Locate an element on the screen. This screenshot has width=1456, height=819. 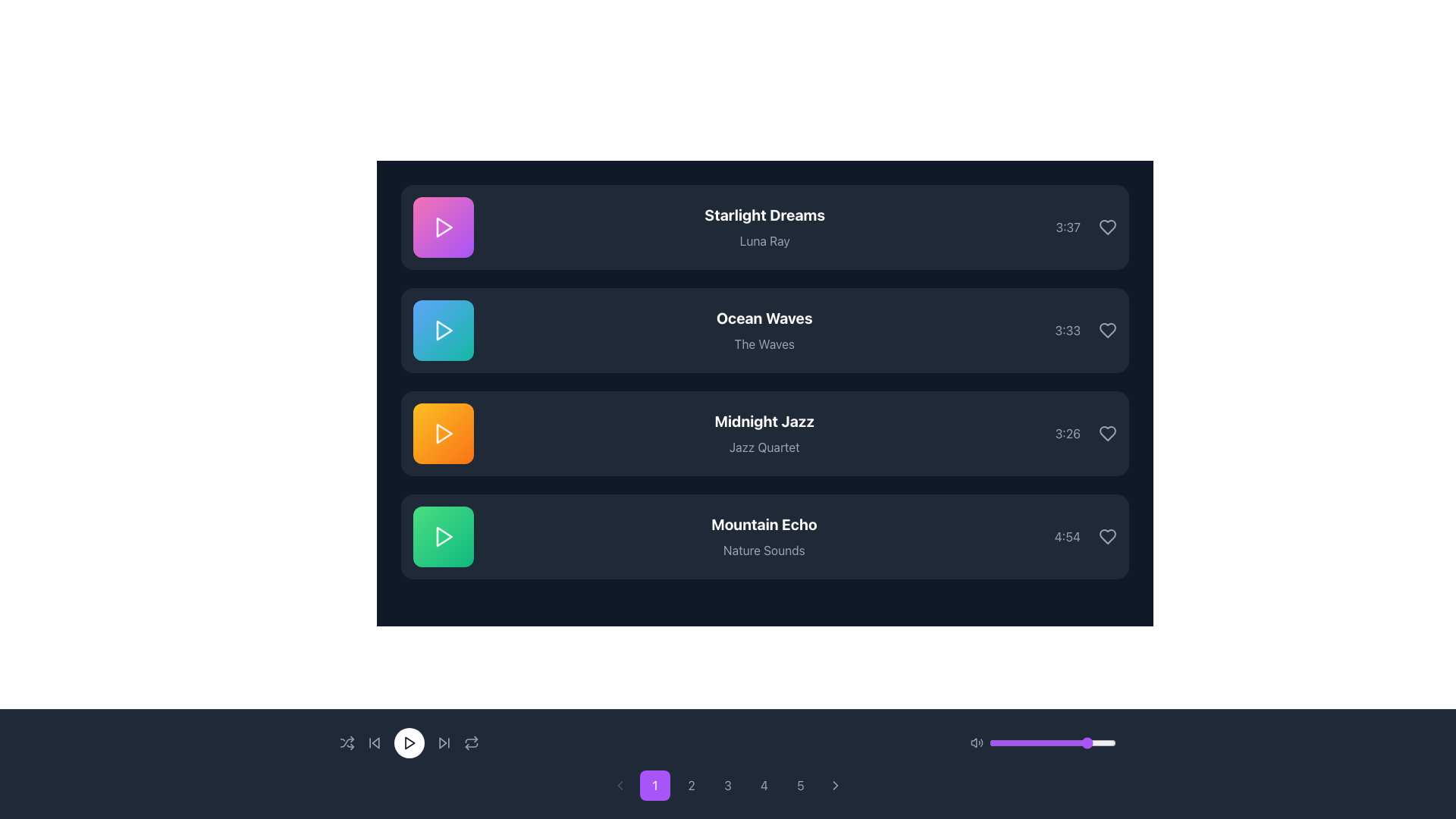
the heart-shaped icon outlined in gray located to the far right of the first row, next to the time '3:37' for the item titled 'Starlight Dreams' to mark it as favorite is located at coordinates (1107, 227).